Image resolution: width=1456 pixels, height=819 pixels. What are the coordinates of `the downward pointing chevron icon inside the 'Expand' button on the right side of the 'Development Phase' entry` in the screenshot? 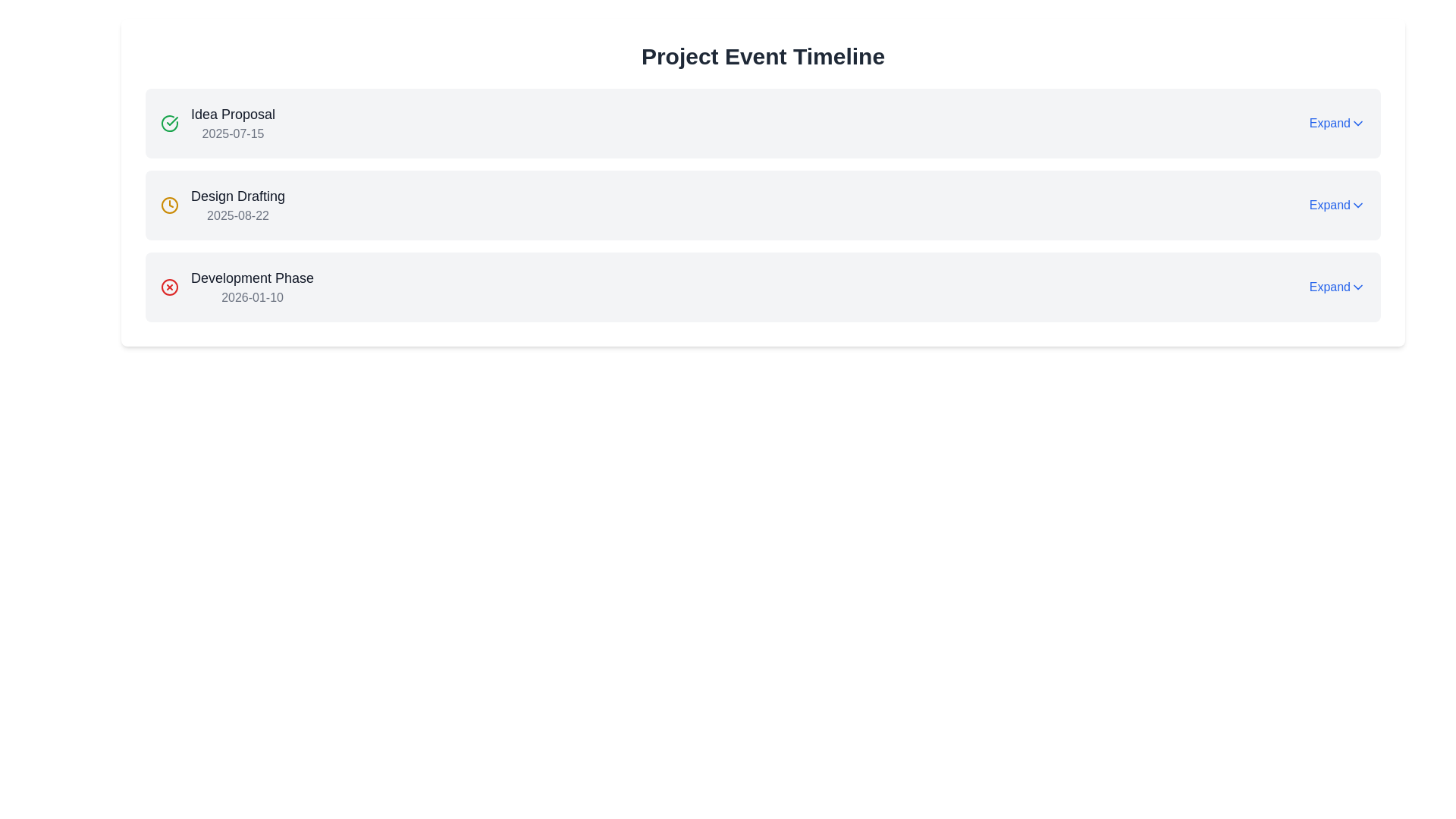 It's located at (1357, 287).